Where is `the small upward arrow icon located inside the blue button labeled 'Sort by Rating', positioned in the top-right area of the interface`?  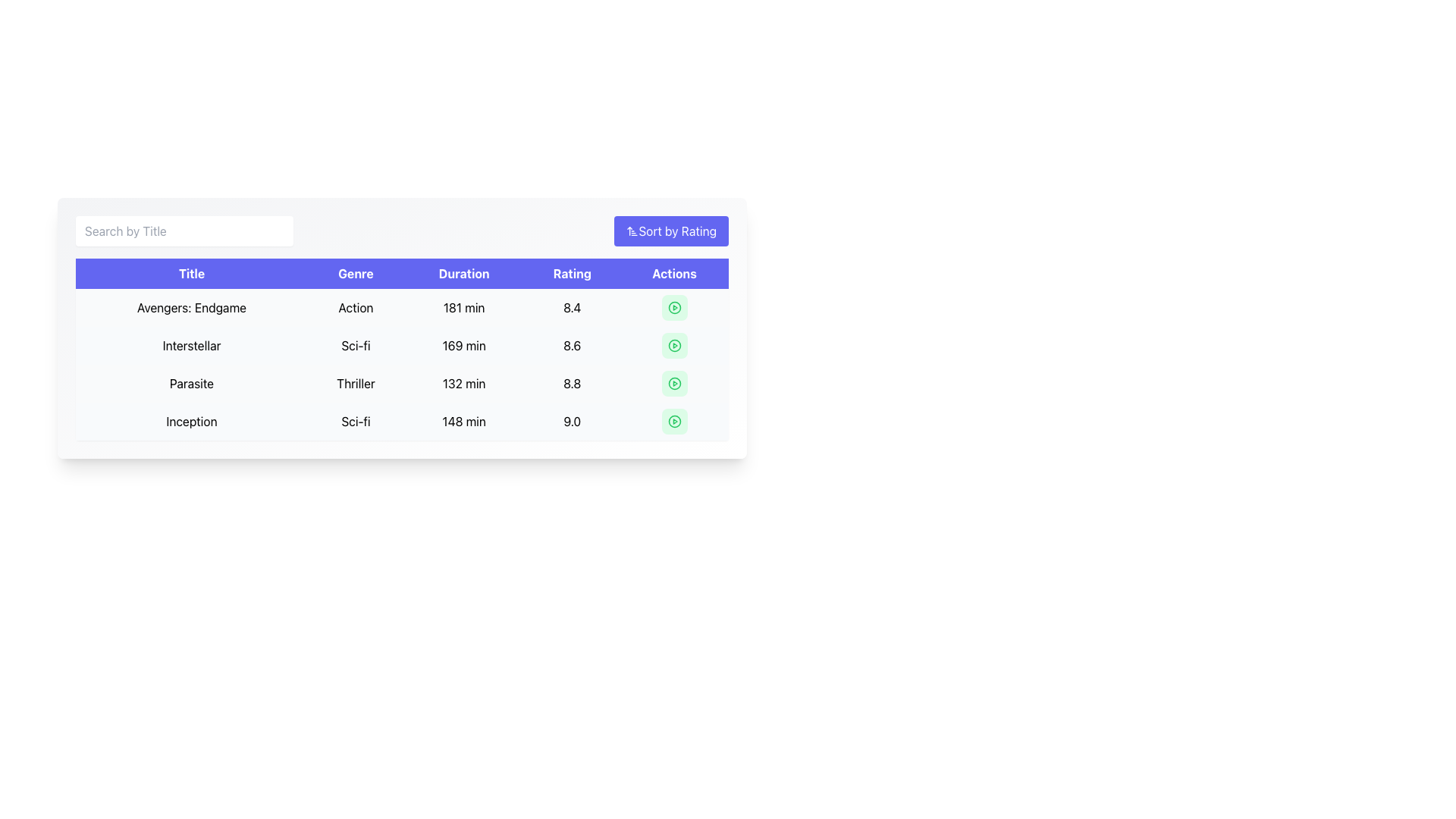 the small upward arrow icon located inside the blue button labeled 'Sort by Rating', positioned in the top-right area of the interface is located at coordinates (632, 231).